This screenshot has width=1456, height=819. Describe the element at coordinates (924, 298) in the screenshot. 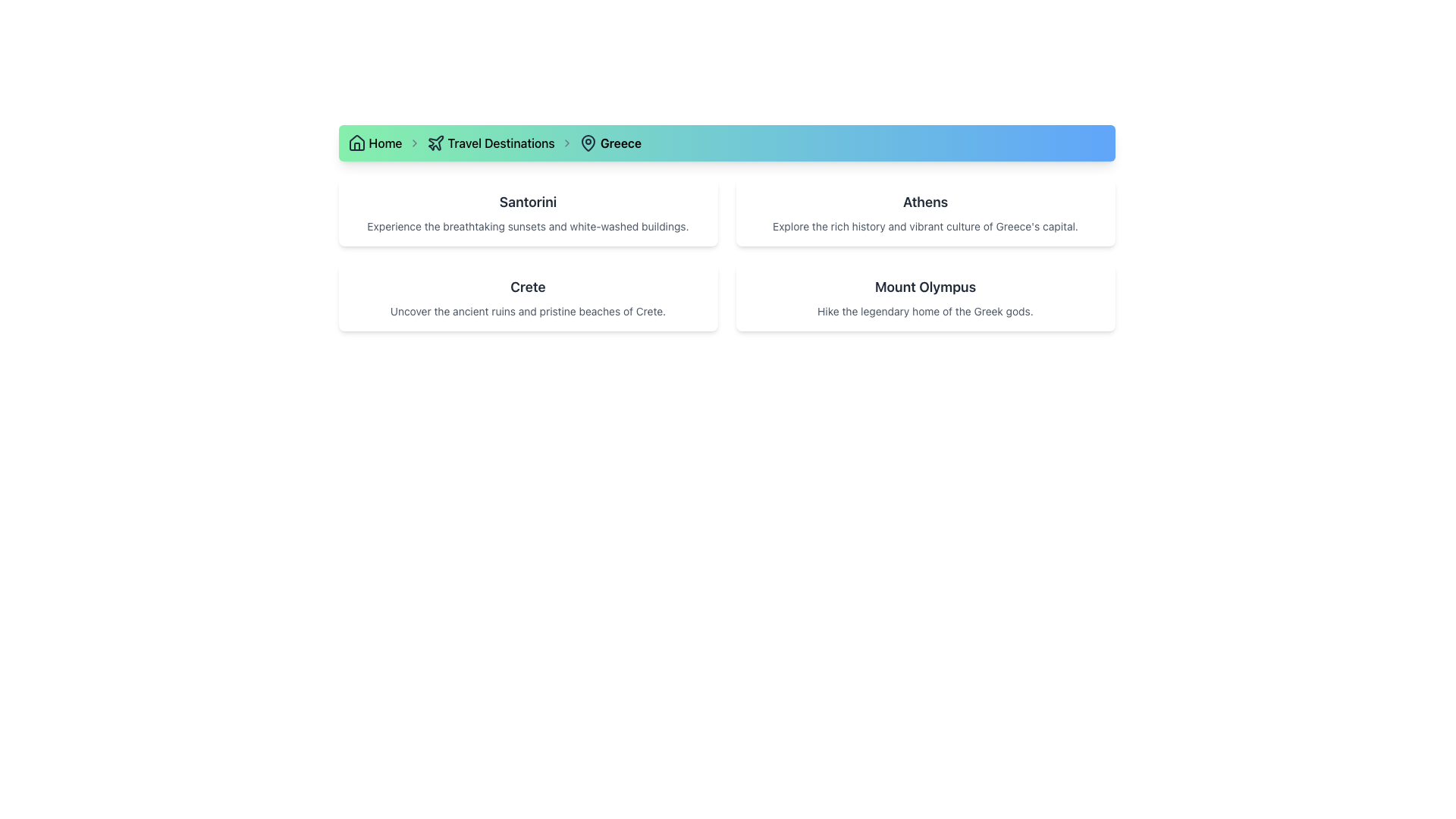

I see `the informational card about Mount Olympus, which is the fourth card in a two-by-two grid layout, located at the bottom-right position` at that location.